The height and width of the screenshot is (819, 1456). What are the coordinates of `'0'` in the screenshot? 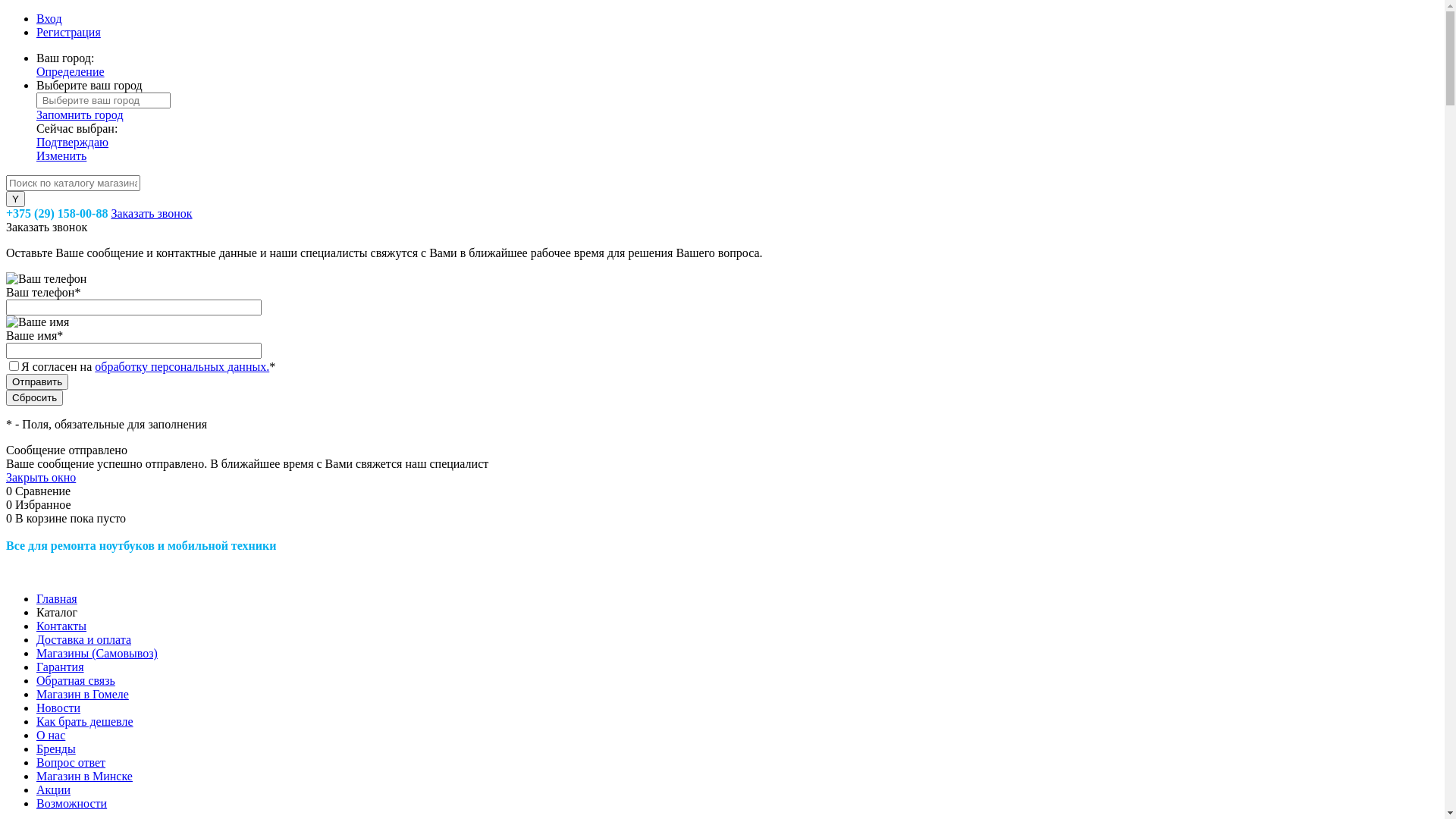 It's located at (11, 504).